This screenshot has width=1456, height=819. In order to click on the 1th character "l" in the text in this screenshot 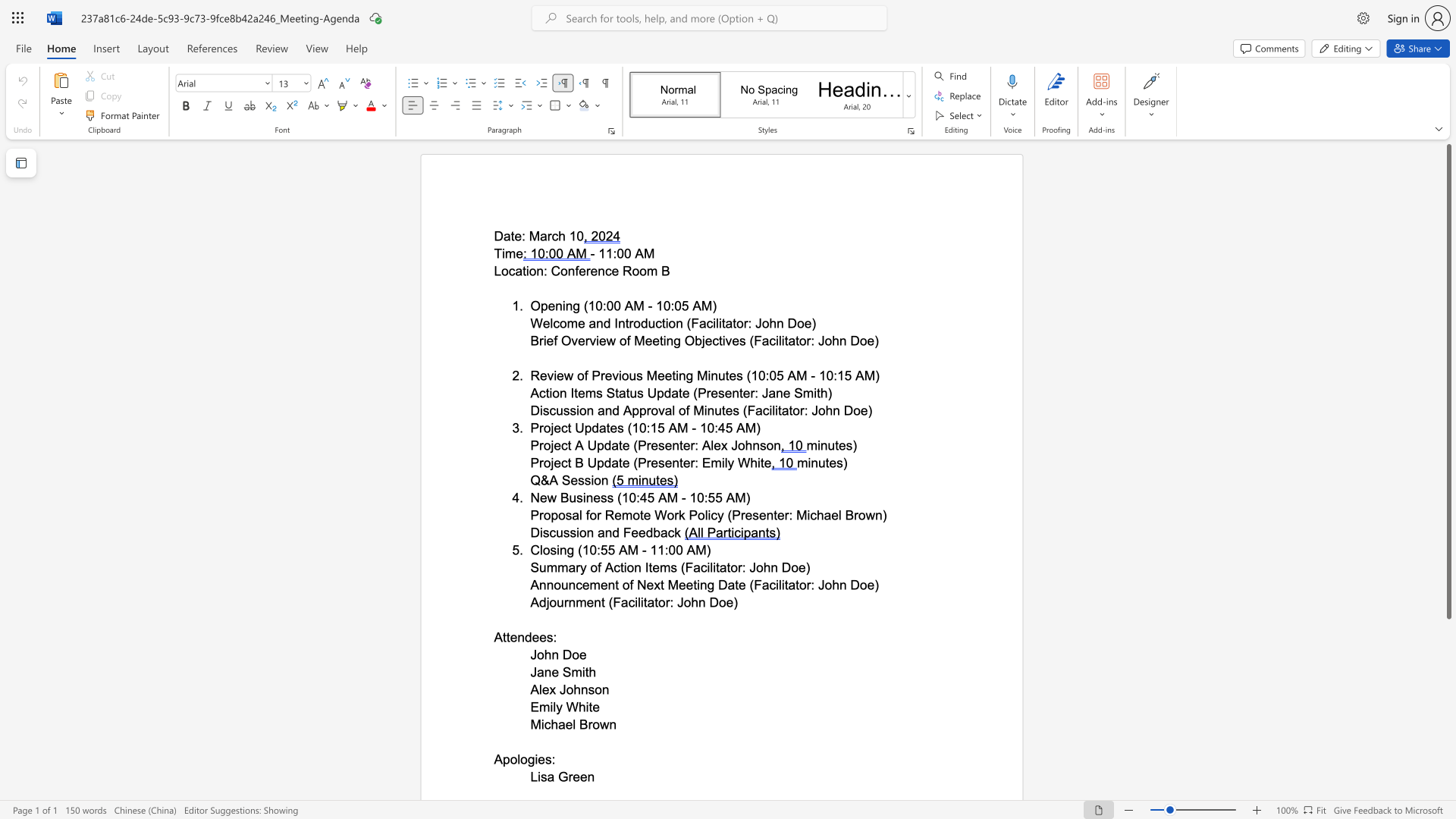, I will do `click(541, 550)`.